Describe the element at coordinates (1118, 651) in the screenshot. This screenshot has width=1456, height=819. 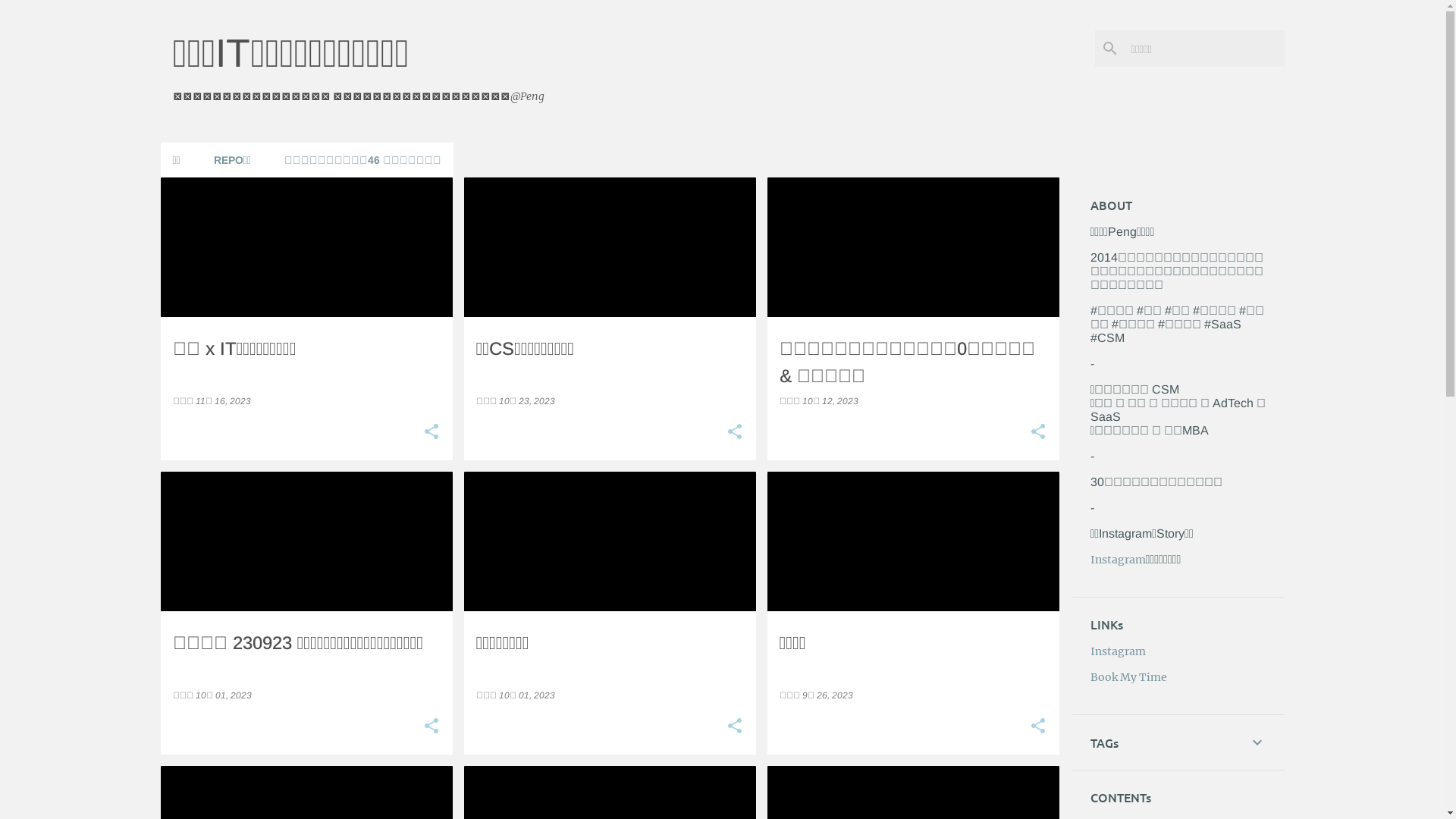
I see `'Instagram'` at that location.